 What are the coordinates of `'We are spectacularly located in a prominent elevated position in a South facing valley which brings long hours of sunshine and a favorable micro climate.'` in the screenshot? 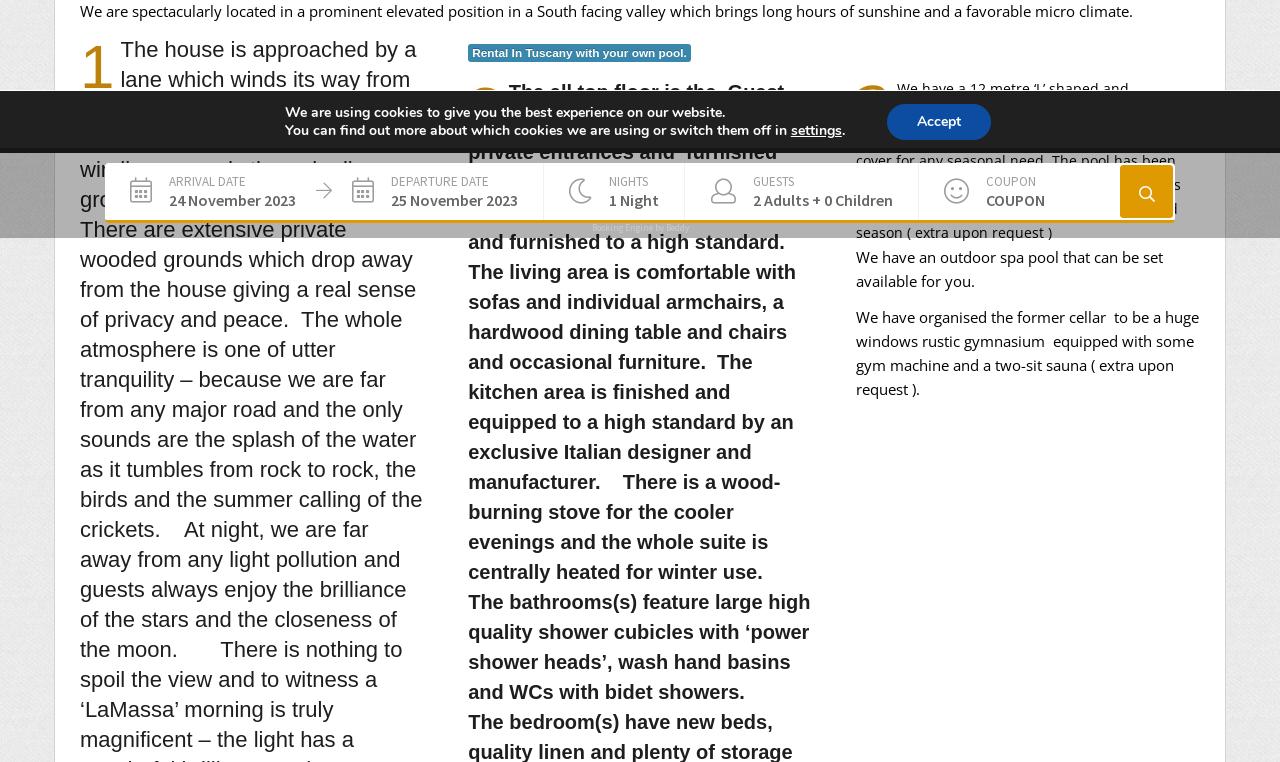 It's located at (80, 8).